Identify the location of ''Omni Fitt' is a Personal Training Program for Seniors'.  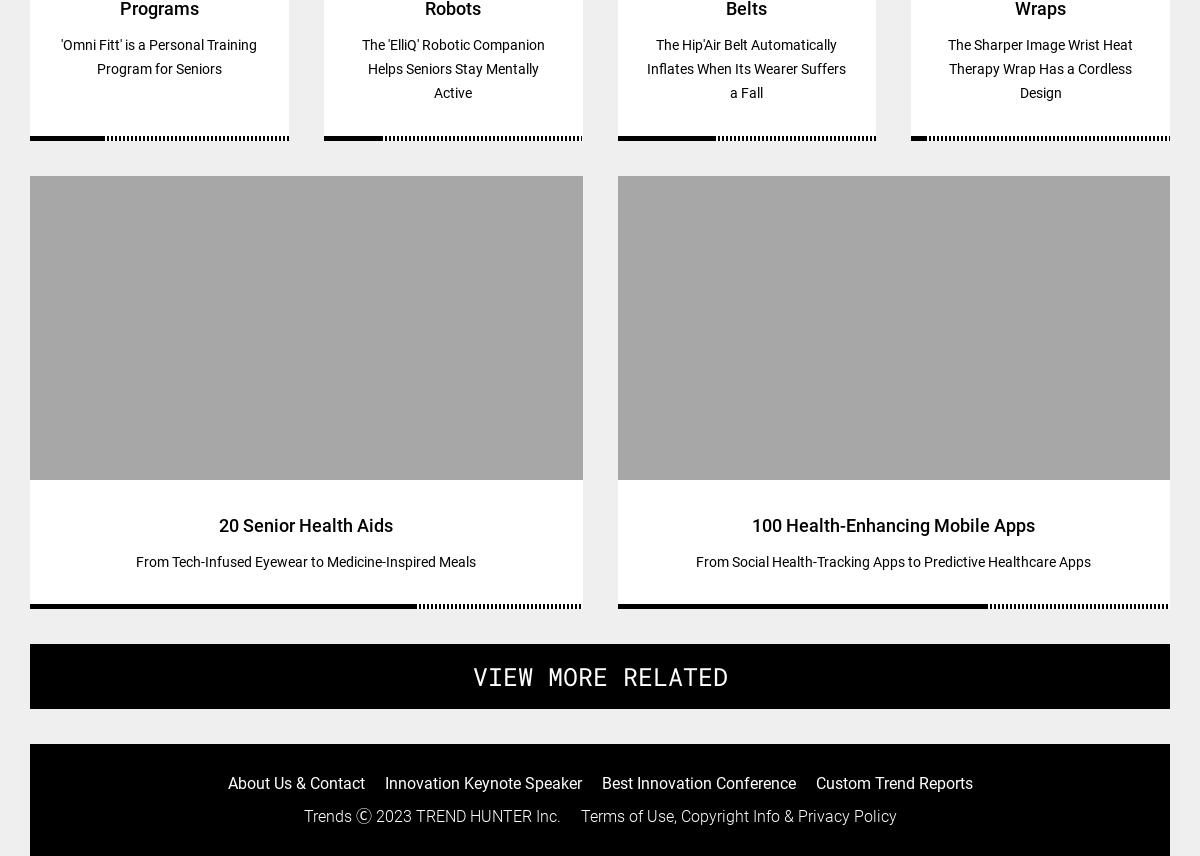
(158, 56).